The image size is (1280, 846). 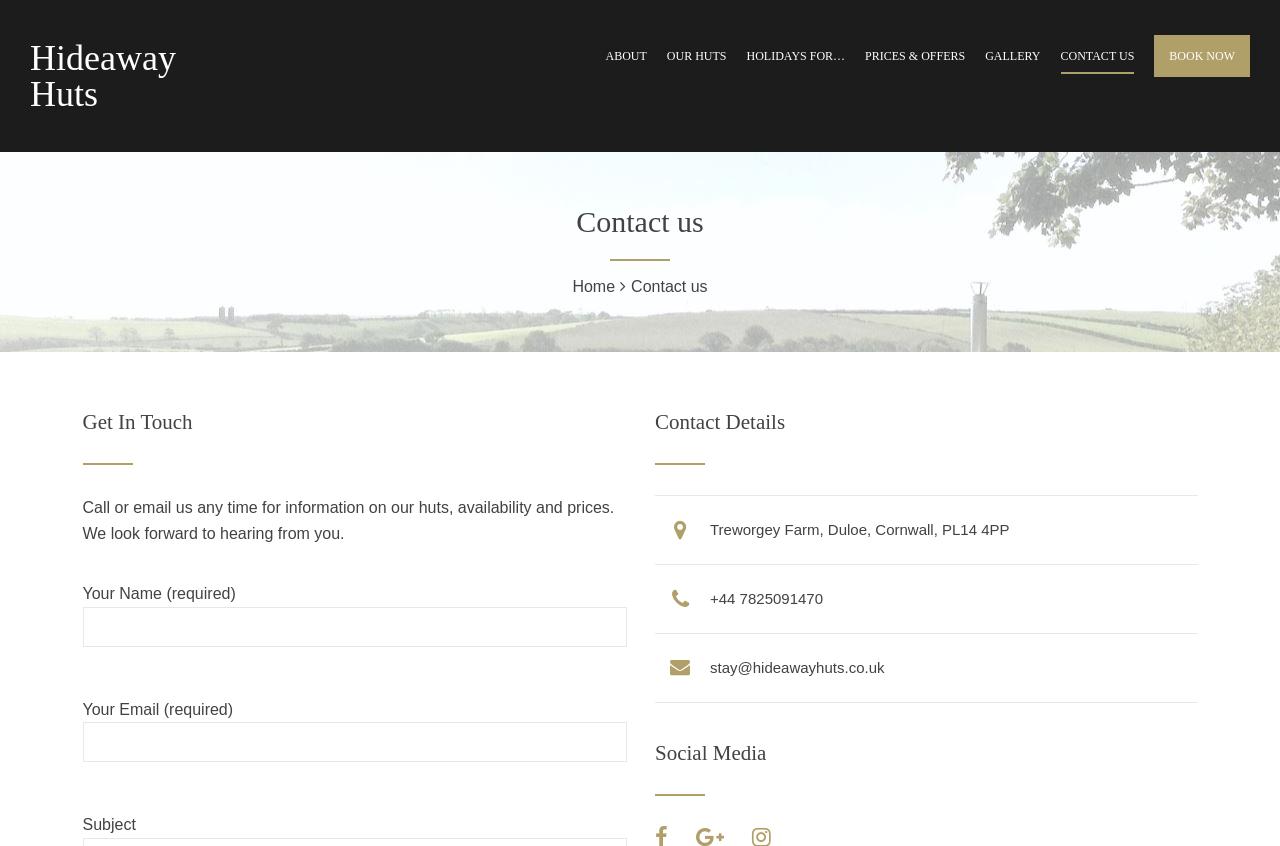 What do you see at coordinates (744, 55) in the screenshot?
I see `'Holidays for…'` at bounding box center [744, 55].